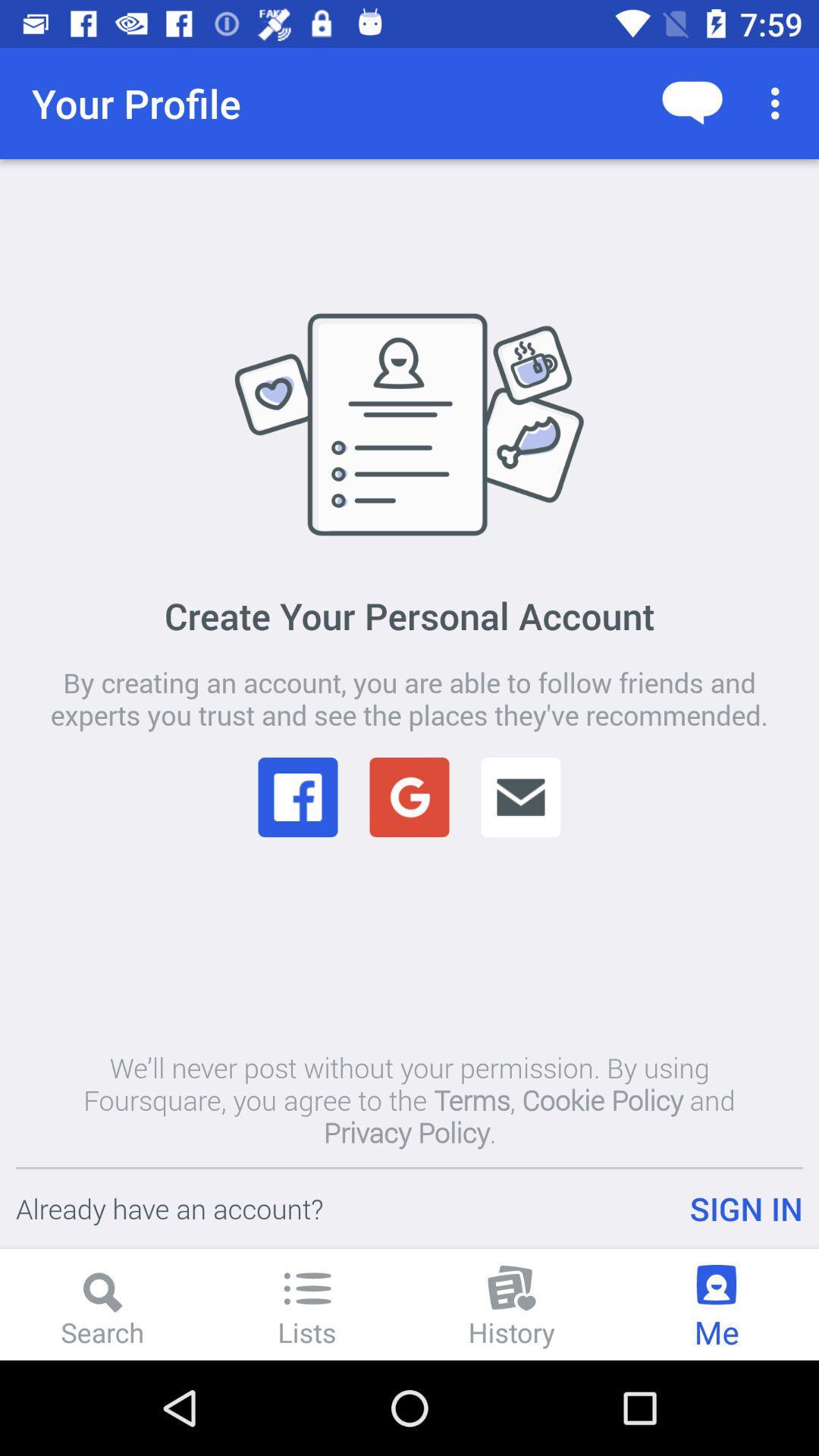 This screenshot has height=1456, width=819. I want to click on the image which is above the text create your personal account, so click(409, 423).